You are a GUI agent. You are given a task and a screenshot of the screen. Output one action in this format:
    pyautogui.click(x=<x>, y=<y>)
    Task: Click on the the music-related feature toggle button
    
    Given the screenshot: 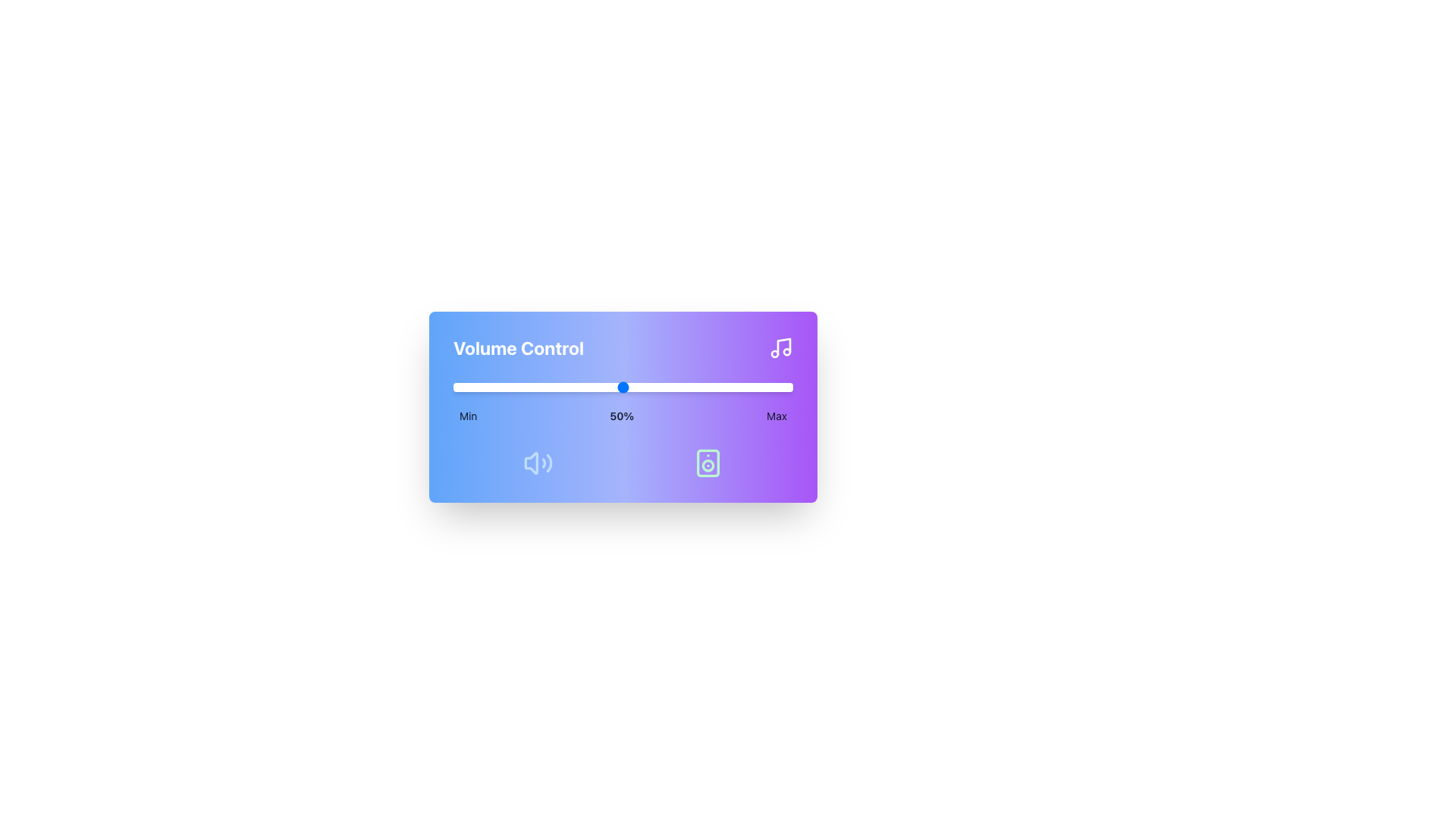 What is the action you would take?
    pyautogui.click(x=781, y=348)
    